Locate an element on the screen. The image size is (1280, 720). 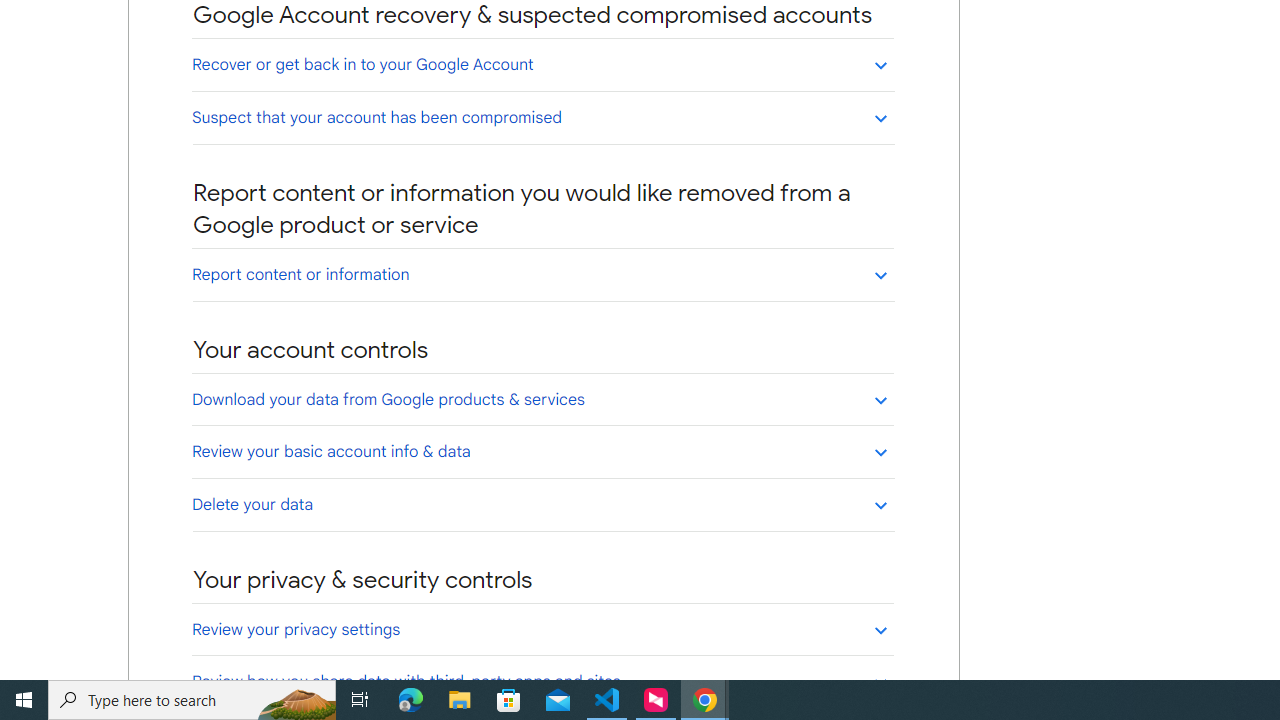
'Review your privacy settings' is located at coordinates (542, 628).